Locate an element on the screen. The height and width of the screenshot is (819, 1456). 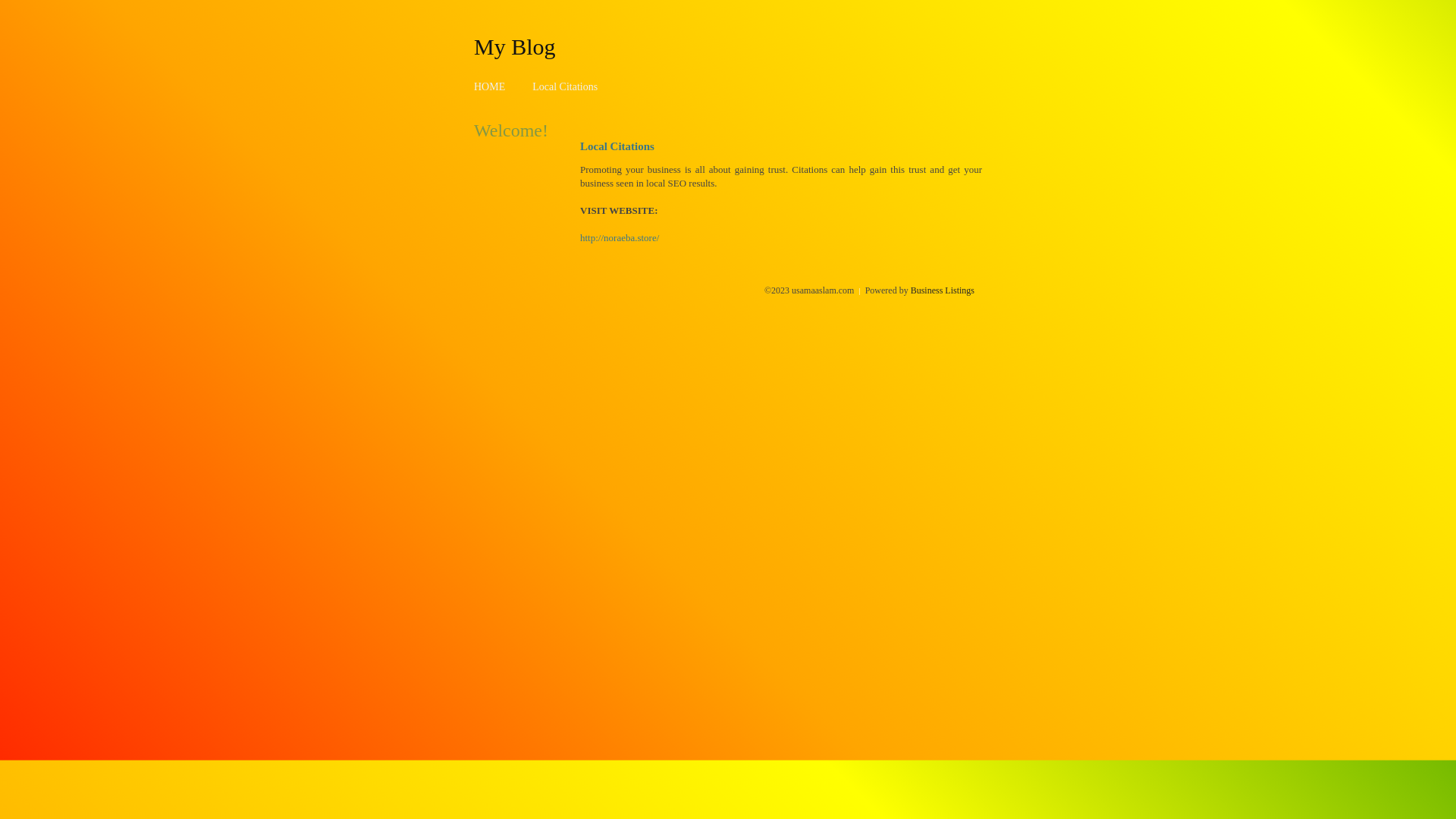
'HOME' is located at coordinates (489, 86).